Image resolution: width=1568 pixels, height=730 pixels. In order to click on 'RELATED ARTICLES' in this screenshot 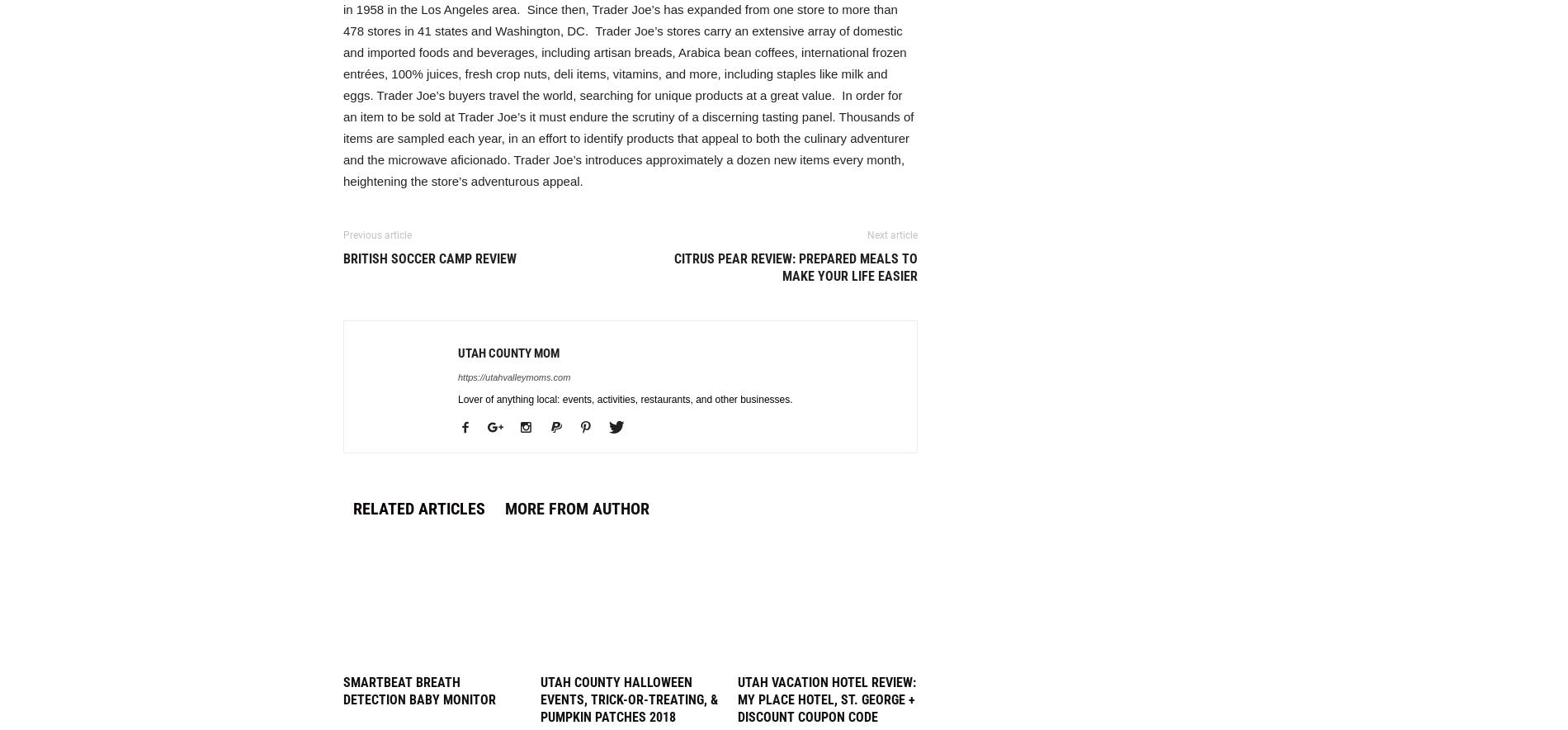, I will do `click(419, 508)`.